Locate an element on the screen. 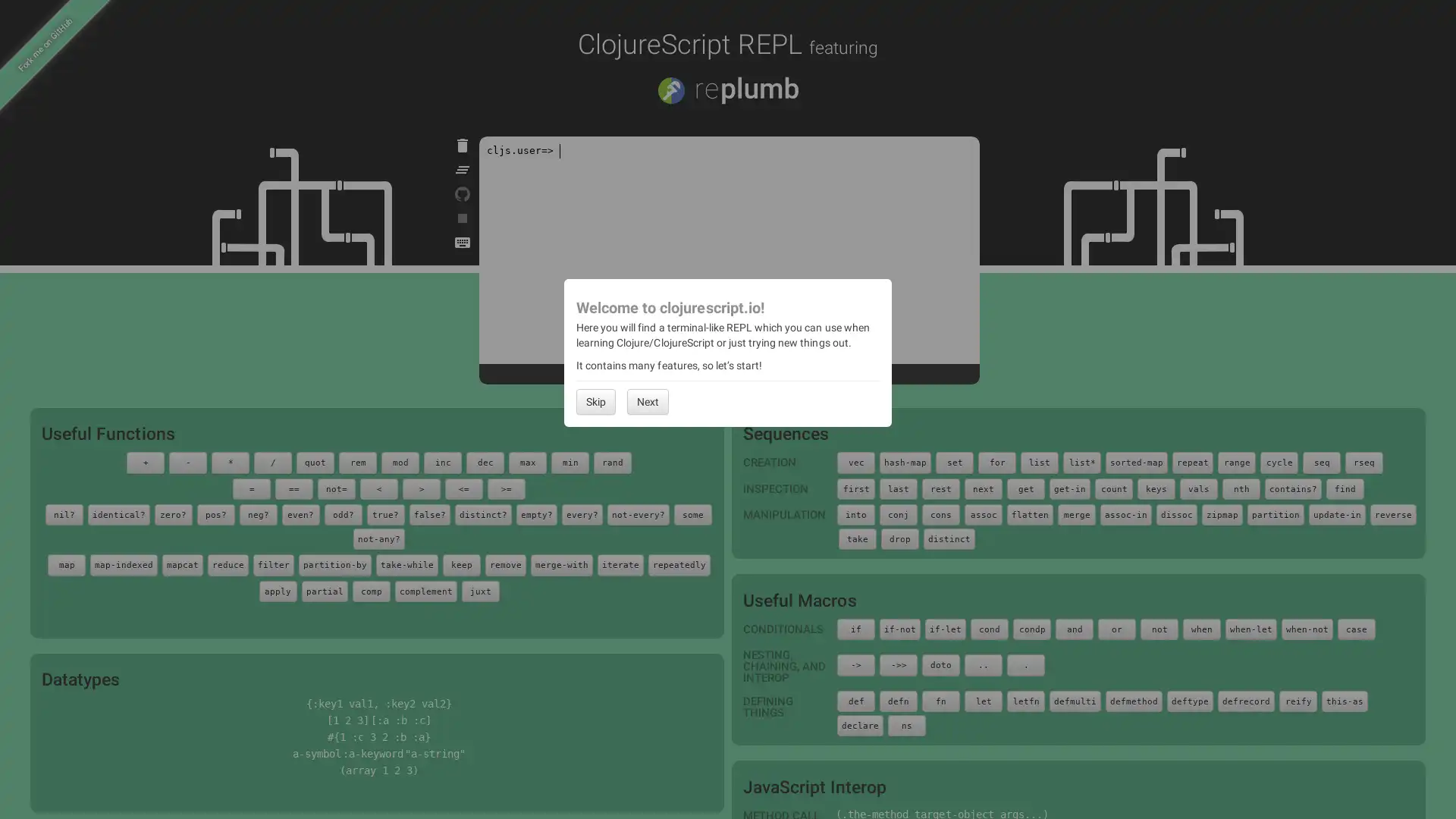 This screenshot has height=819, width=1456. count is located at coordinates (1113, 488).